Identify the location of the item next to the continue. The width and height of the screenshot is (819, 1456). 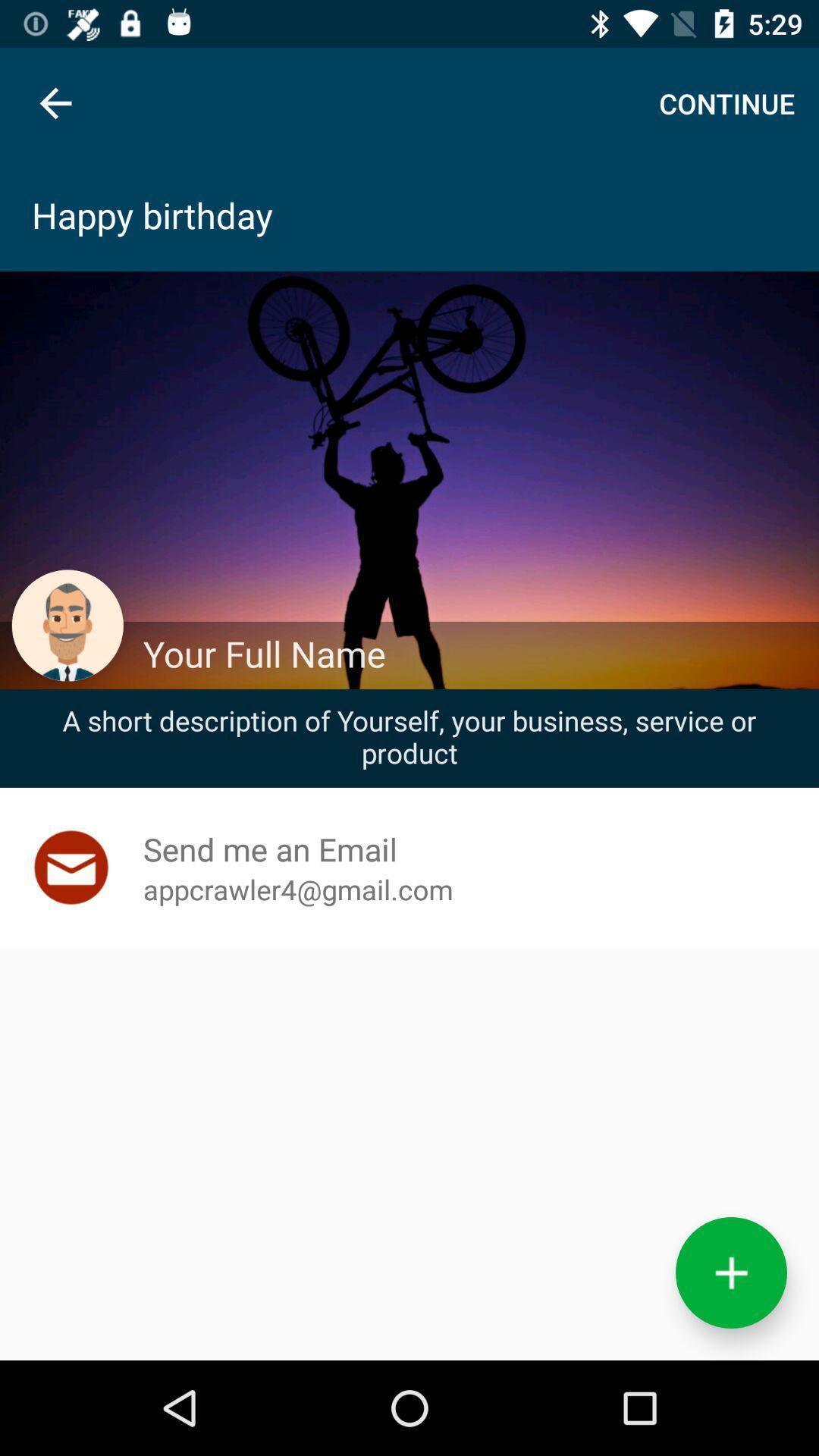
(55, 102).